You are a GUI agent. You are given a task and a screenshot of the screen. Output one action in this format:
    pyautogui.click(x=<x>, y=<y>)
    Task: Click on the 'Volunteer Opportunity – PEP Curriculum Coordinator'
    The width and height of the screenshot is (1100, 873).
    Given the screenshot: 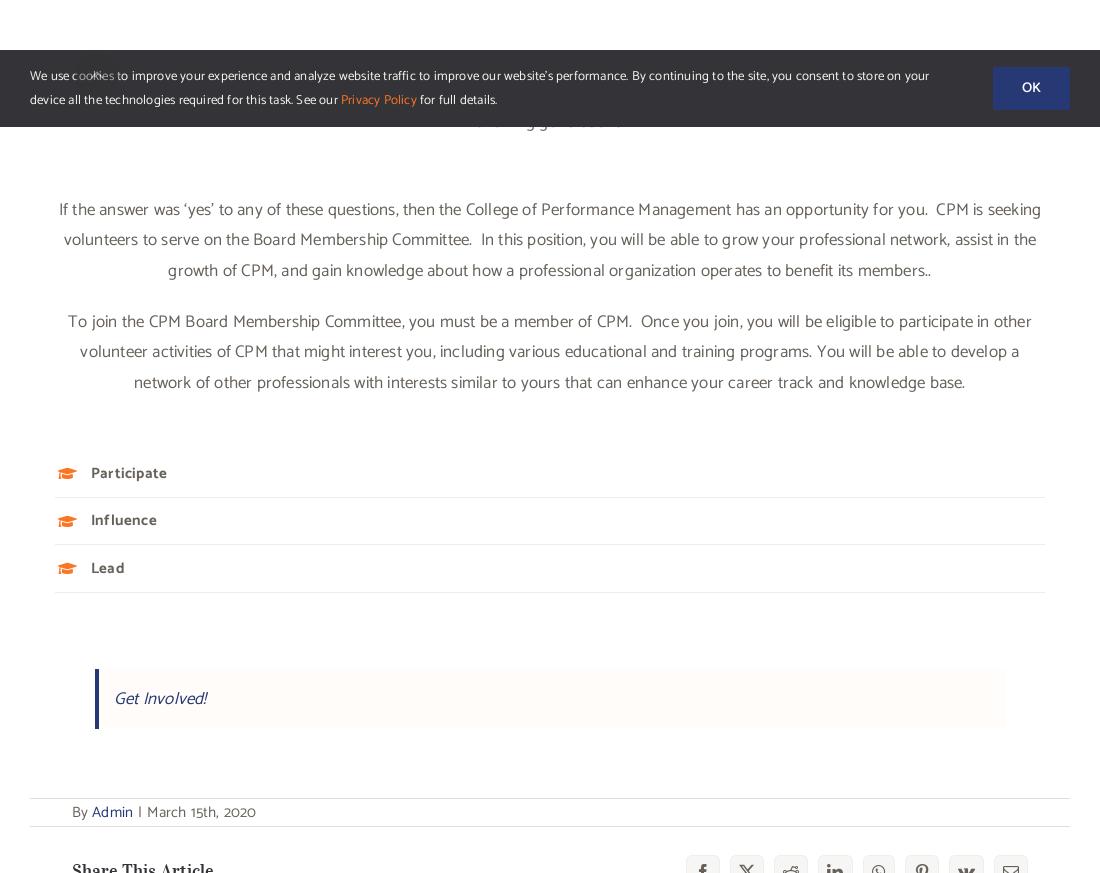 What is the action you would take?
    pyautogui.click(x=578, y=92)
    